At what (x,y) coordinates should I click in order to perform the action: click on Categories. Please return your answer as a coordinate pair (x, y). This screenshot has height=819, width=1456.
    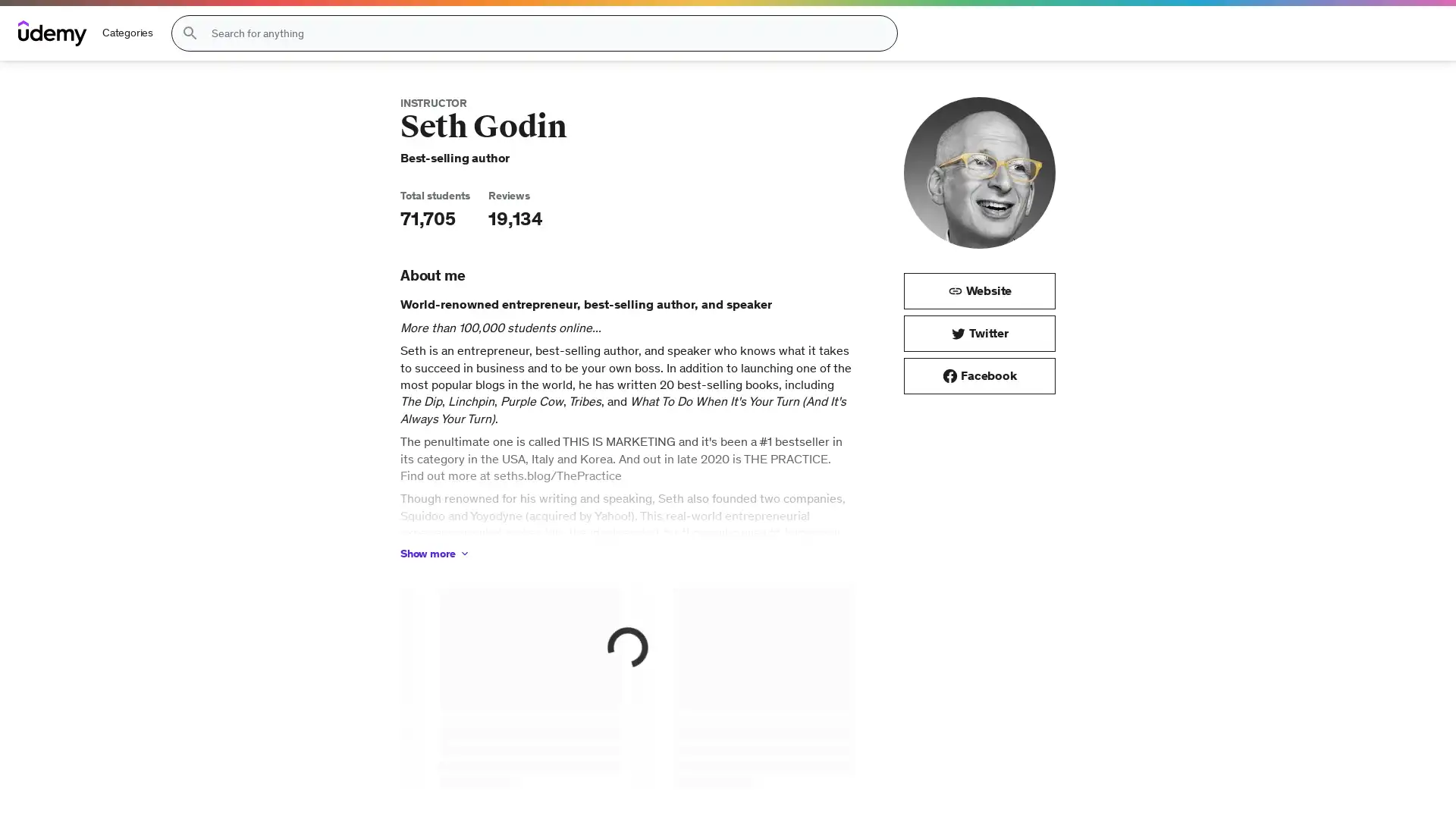
    Looking at the image, I should click on (127, 33).